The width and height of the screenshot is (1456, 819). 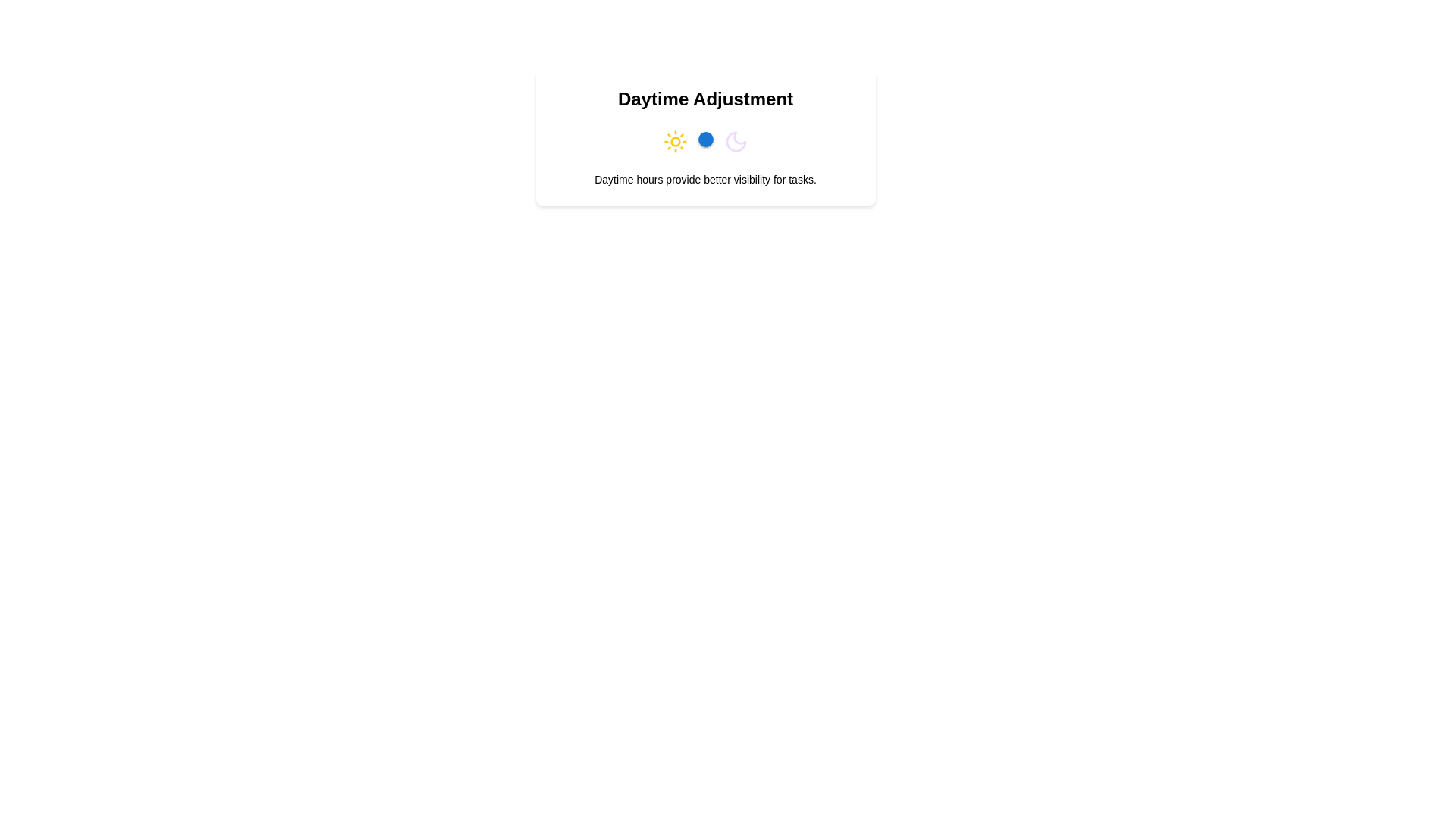 I want to click on the static text label that provides an informative note about the advantages of daytime for visibility tasks, located beneath the 'Daytime Adjustment' heading and day-night cycle icons, so click(x=704, y=178).